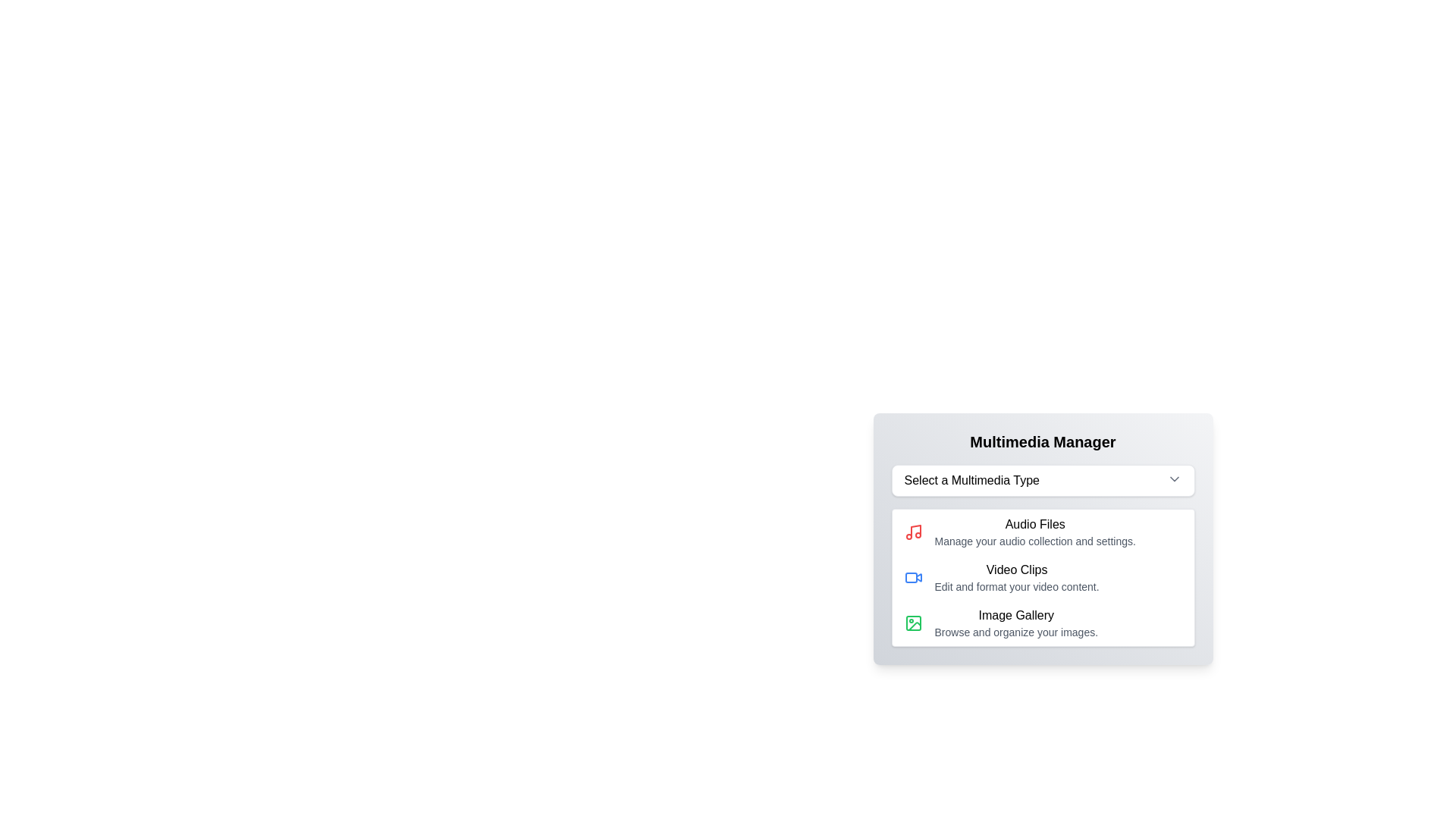  I want to click on the selectable option in the 'Multimedia Manager' panel that likely navigates to video editing and formatting functionalities, so click(1042, 578).